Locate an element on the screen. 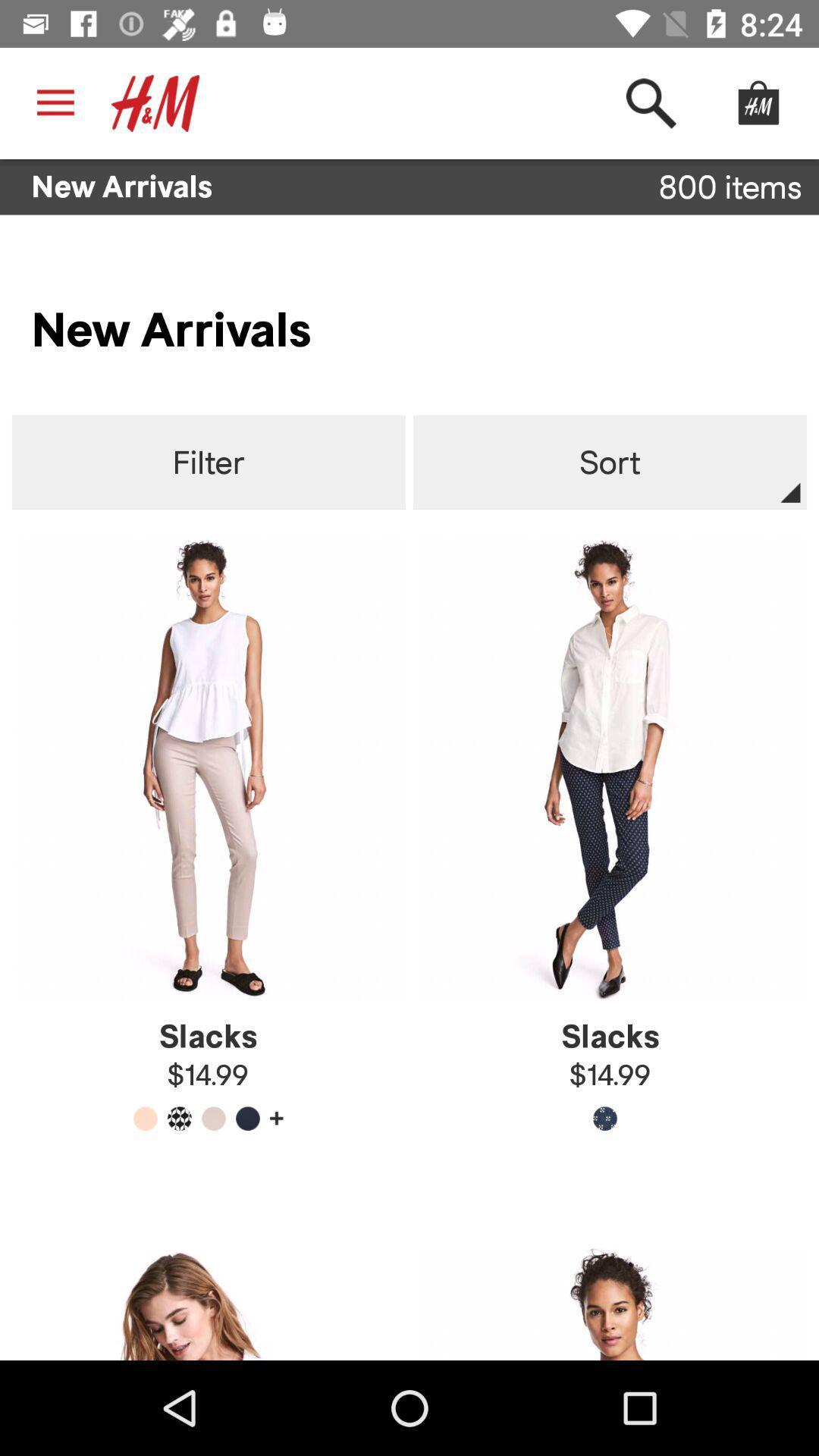  the third color below the first image is located at coordinates (213, 1119).